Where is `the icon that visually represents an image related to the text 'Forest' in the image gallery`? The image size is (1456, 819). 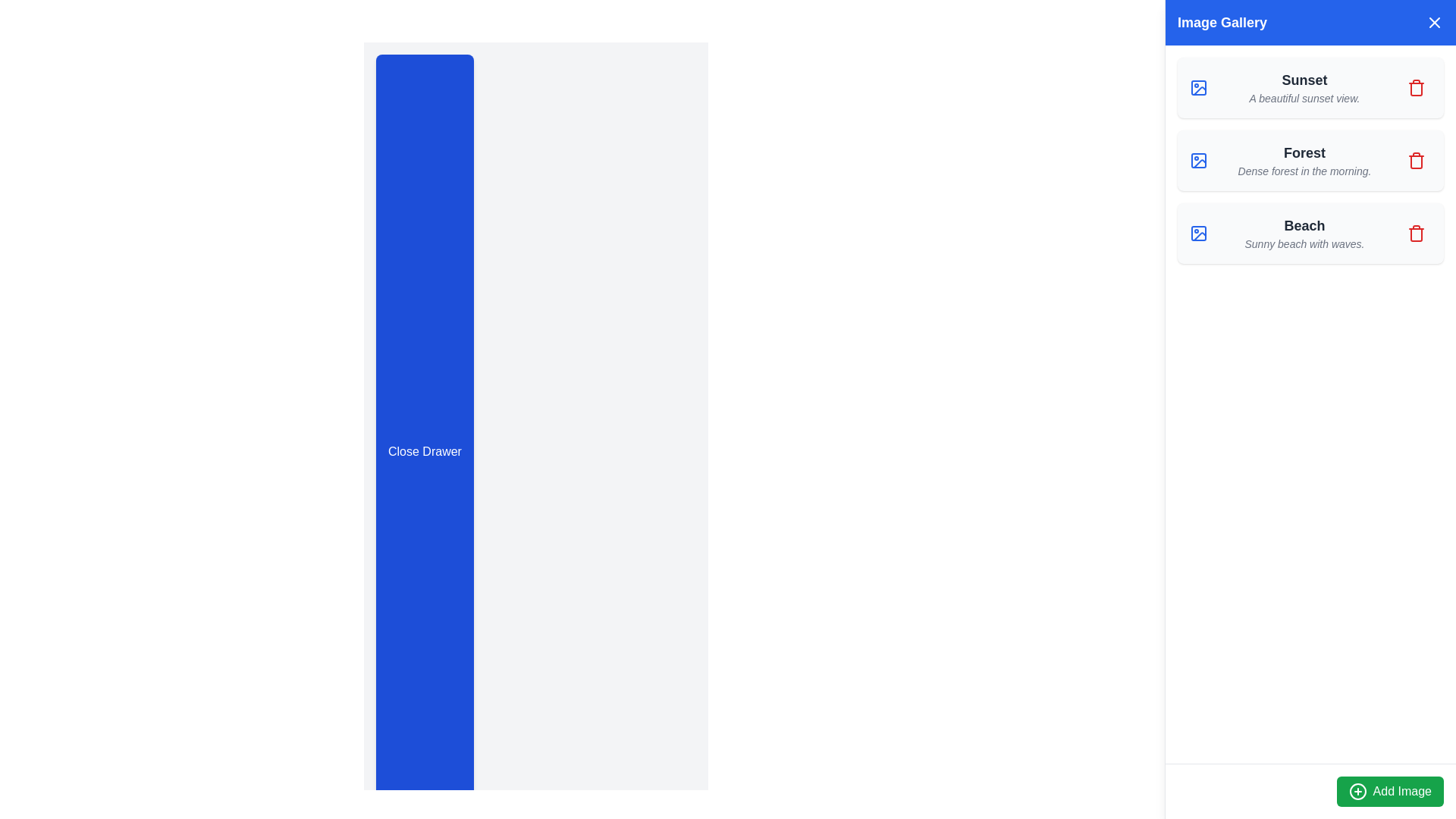
the icon that visually represents an image related to the text 'Forest' in the image gallery is located at coordinates (1197, 161).